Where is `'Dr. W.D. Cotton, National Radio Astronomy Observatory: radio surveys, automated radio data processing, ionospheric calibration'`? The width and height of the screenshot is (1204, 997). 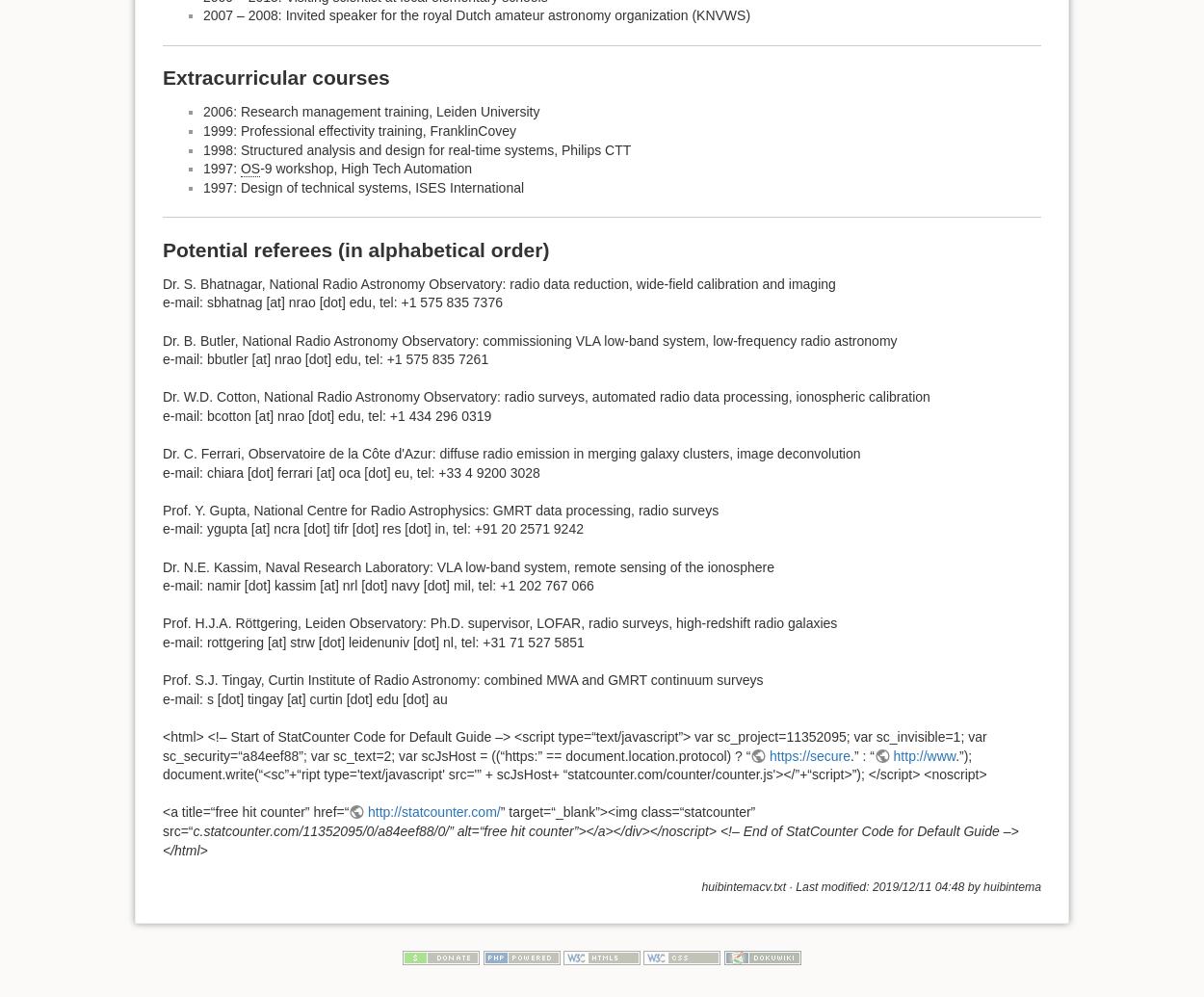
'Dr. W.D. Cotton, National Radio Astronomy Observatory: radio surveys, automated radio data processing, ionospheric calibration' is located at coordinates (162, 397).